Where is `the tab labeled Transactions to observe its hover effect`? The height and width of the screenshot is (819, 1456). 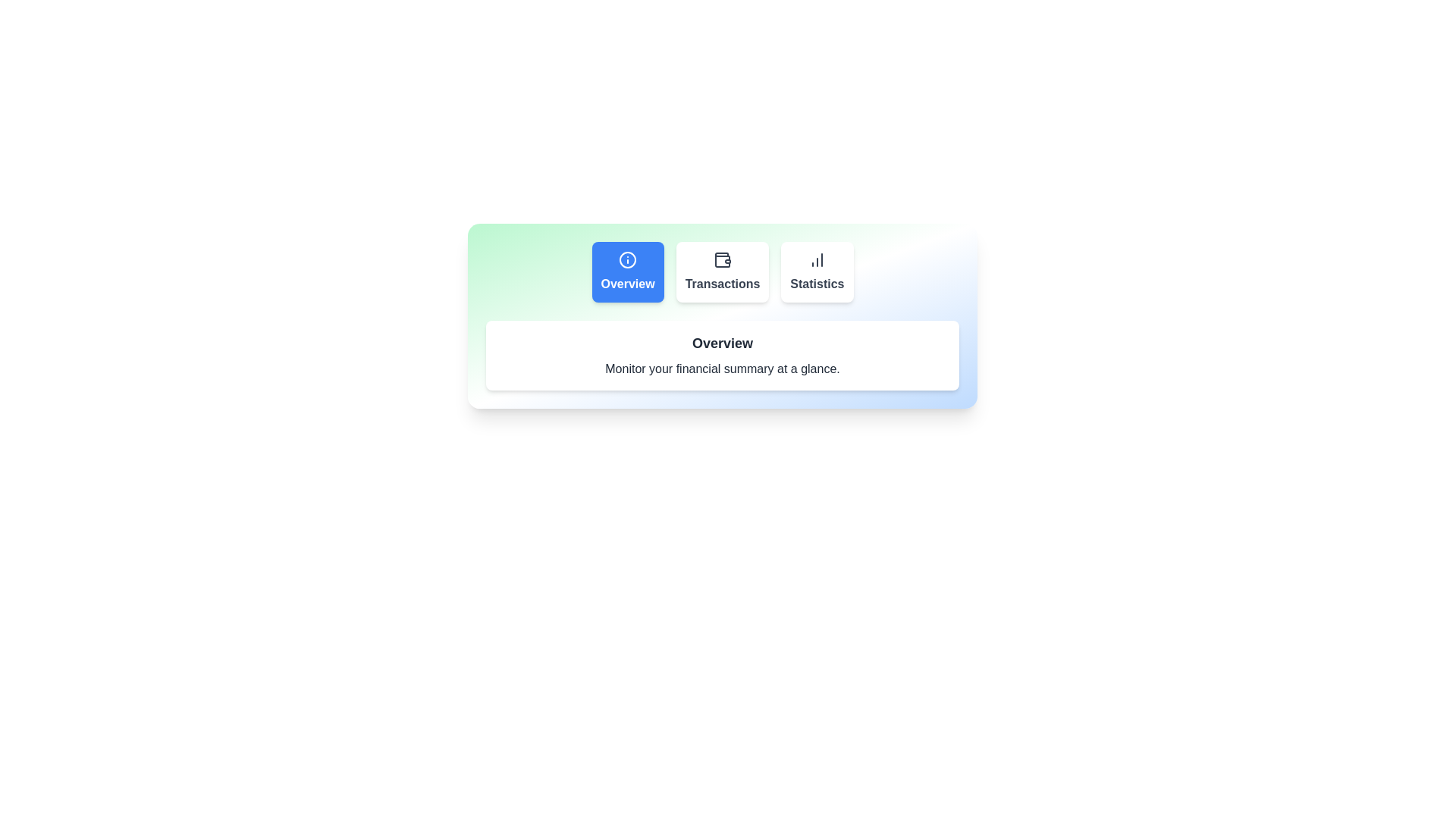 the tab labeled Transactions to observe its hover effect is located at coordinates (722, 271).